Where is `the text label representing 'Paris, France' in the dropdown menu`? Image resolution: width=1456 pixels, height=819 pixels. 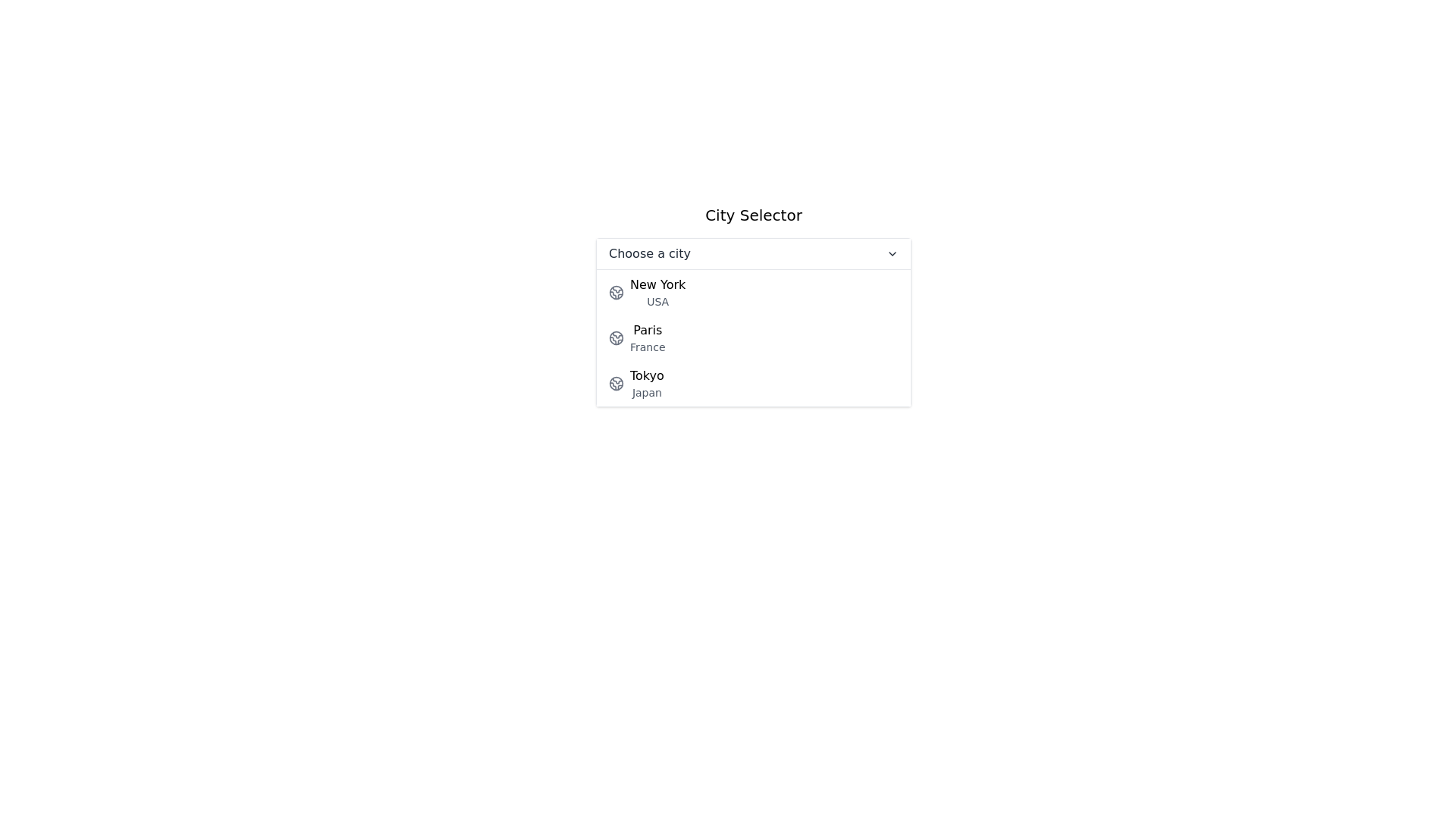
the text label representing 'Paris, France' in the dropdown menu is located at coordinates (648, 337).